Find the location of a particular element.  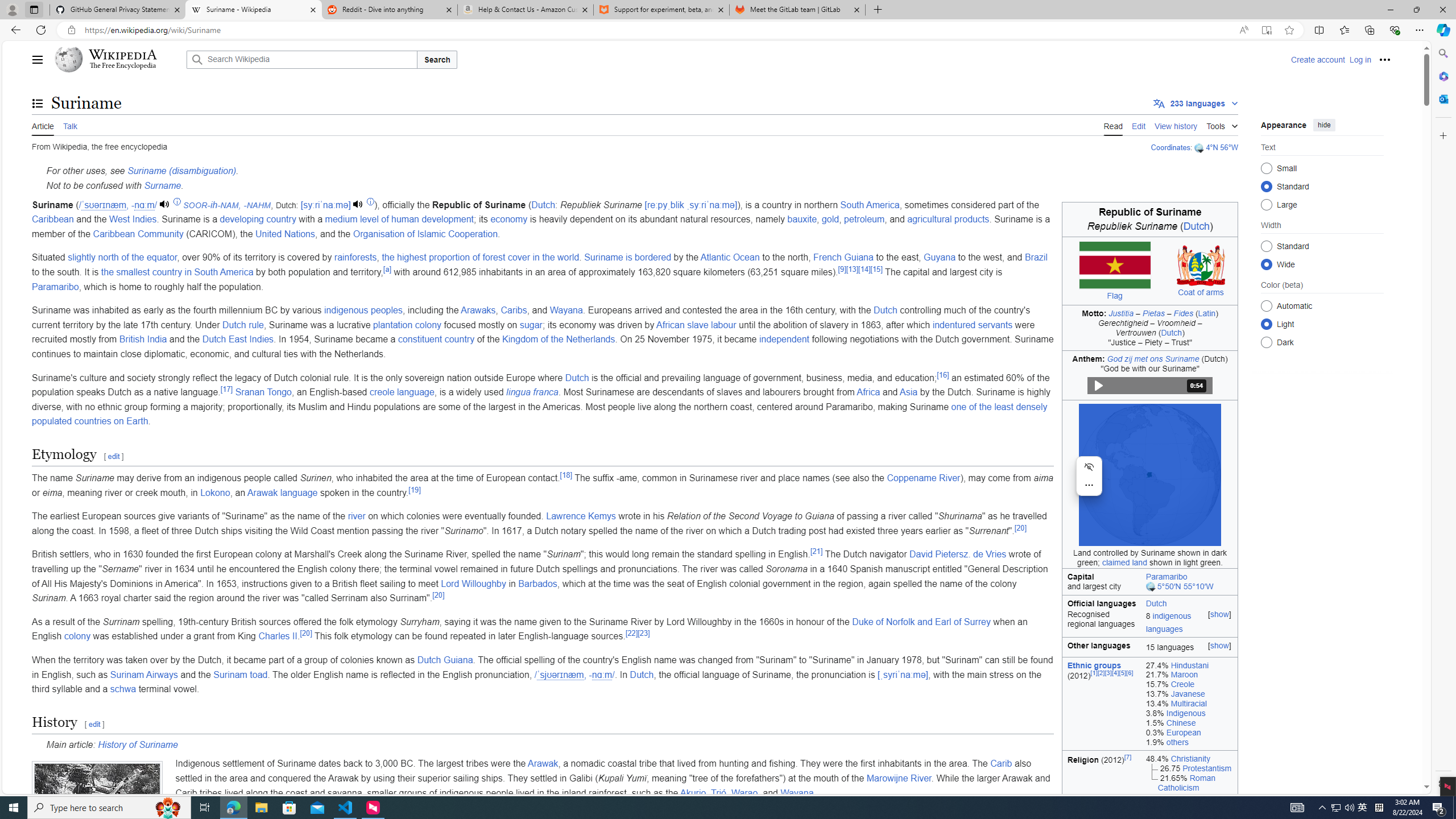

'African slave labour' is located at coordinates (696, 324).